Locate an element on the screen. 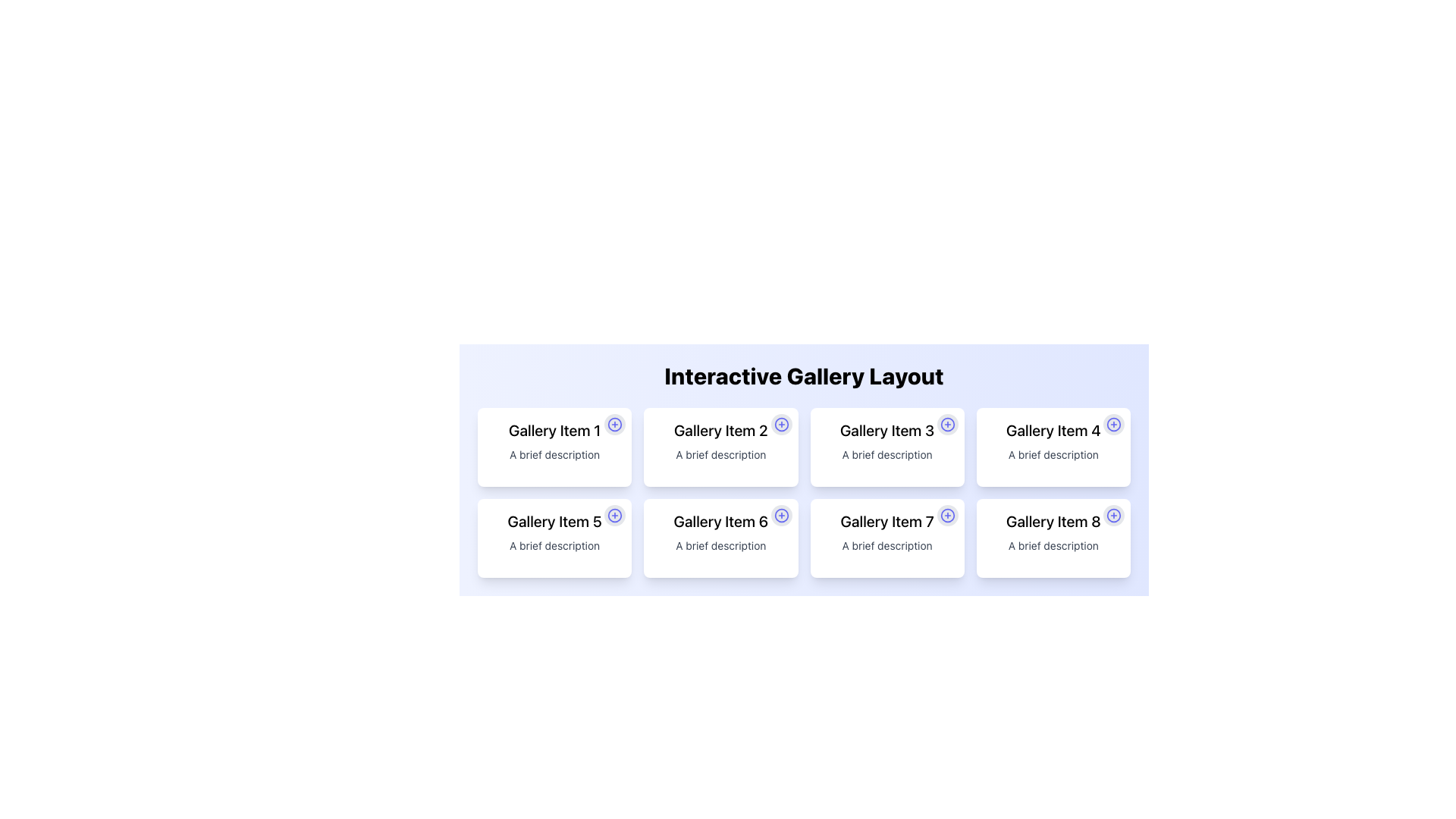  the button located at the top-right corner of the card labeled 'Gallery Item 1' is located at coordinates (615, 424).